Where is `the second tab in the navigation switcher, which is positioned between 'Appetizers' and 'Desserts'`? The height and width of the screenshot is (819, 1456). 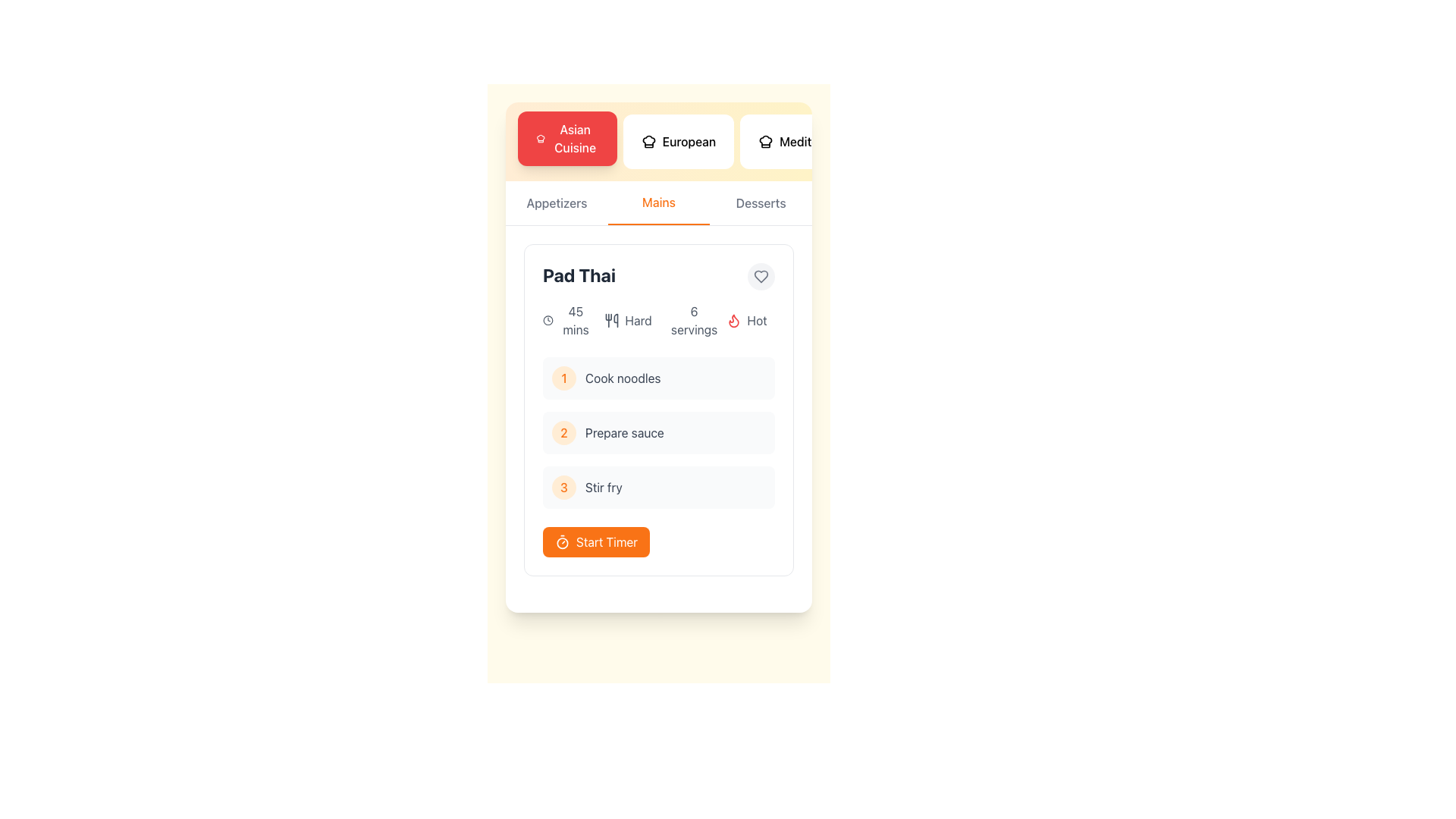 the second tab in the navigation switcher, which is positioned between 'Appetizers' and 'Desserts' is located at coordinates (658, 202).